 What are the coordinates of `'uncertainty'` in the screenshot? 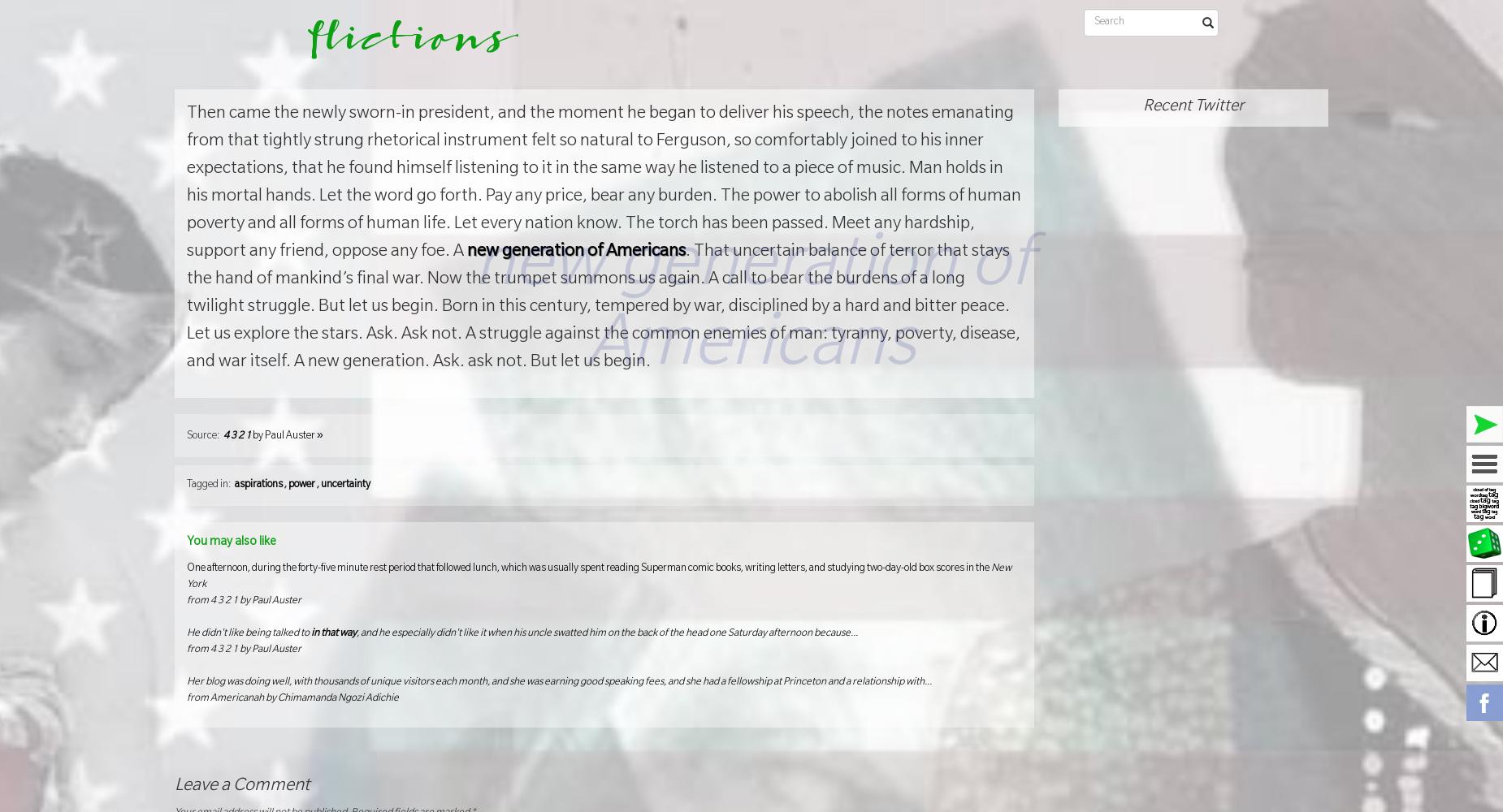 It's located at (319, 484).